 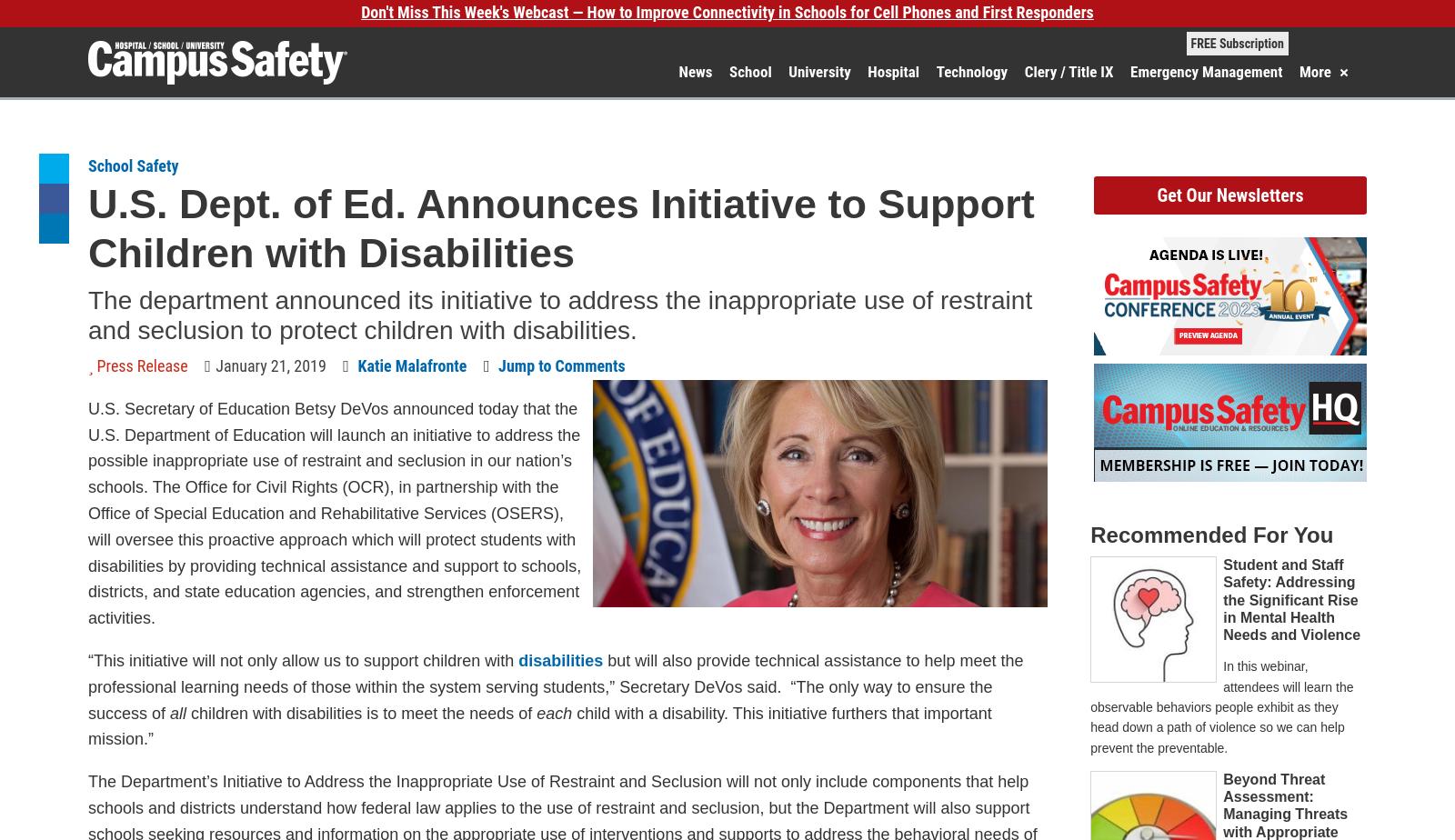 What do you see at coordinates (177, 713) in the screenshot?
I see `'all'` at bounding box center [177, 713].